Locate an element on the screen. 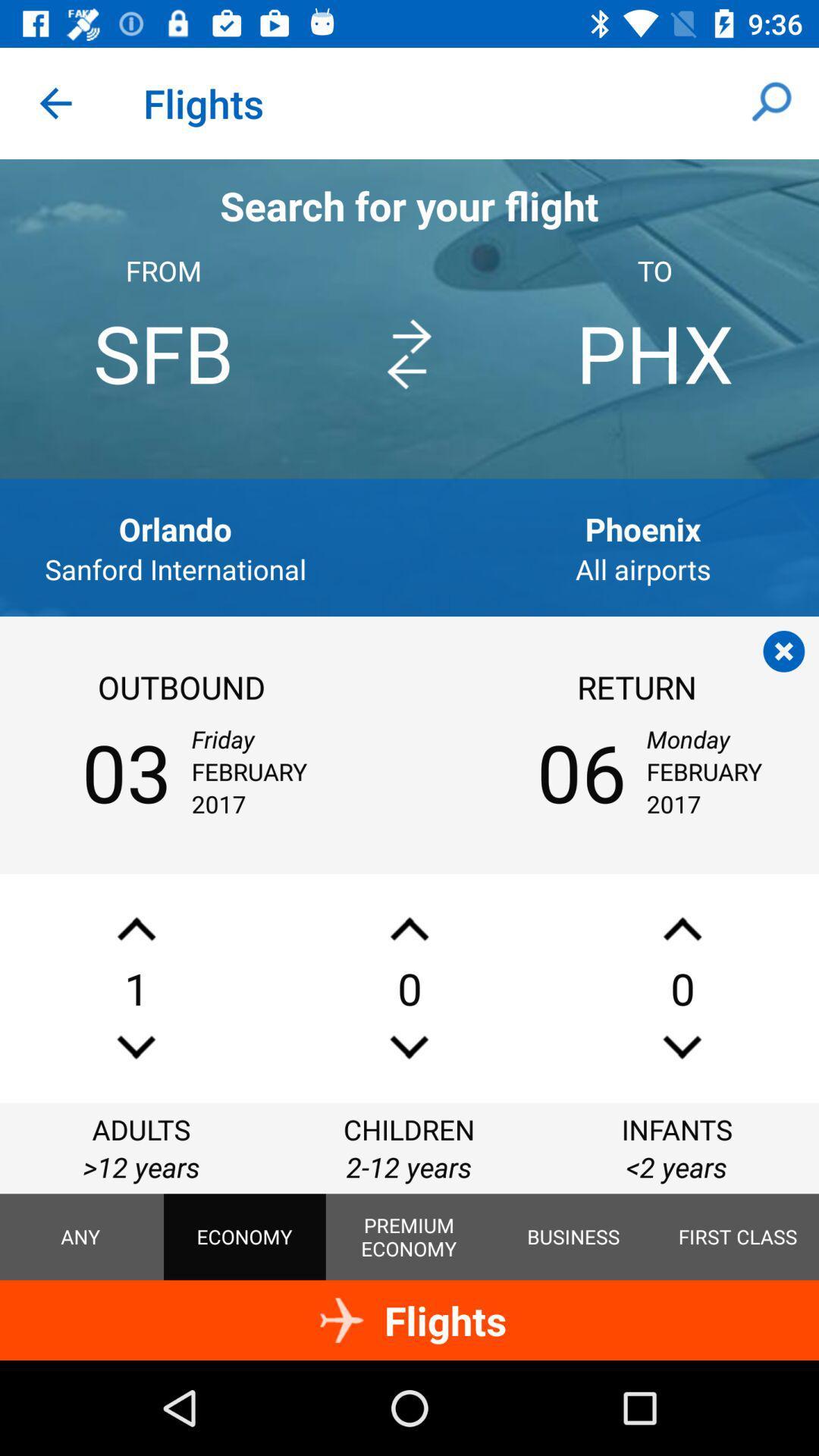  the sliders icon is located at coordinates (409, 1046).